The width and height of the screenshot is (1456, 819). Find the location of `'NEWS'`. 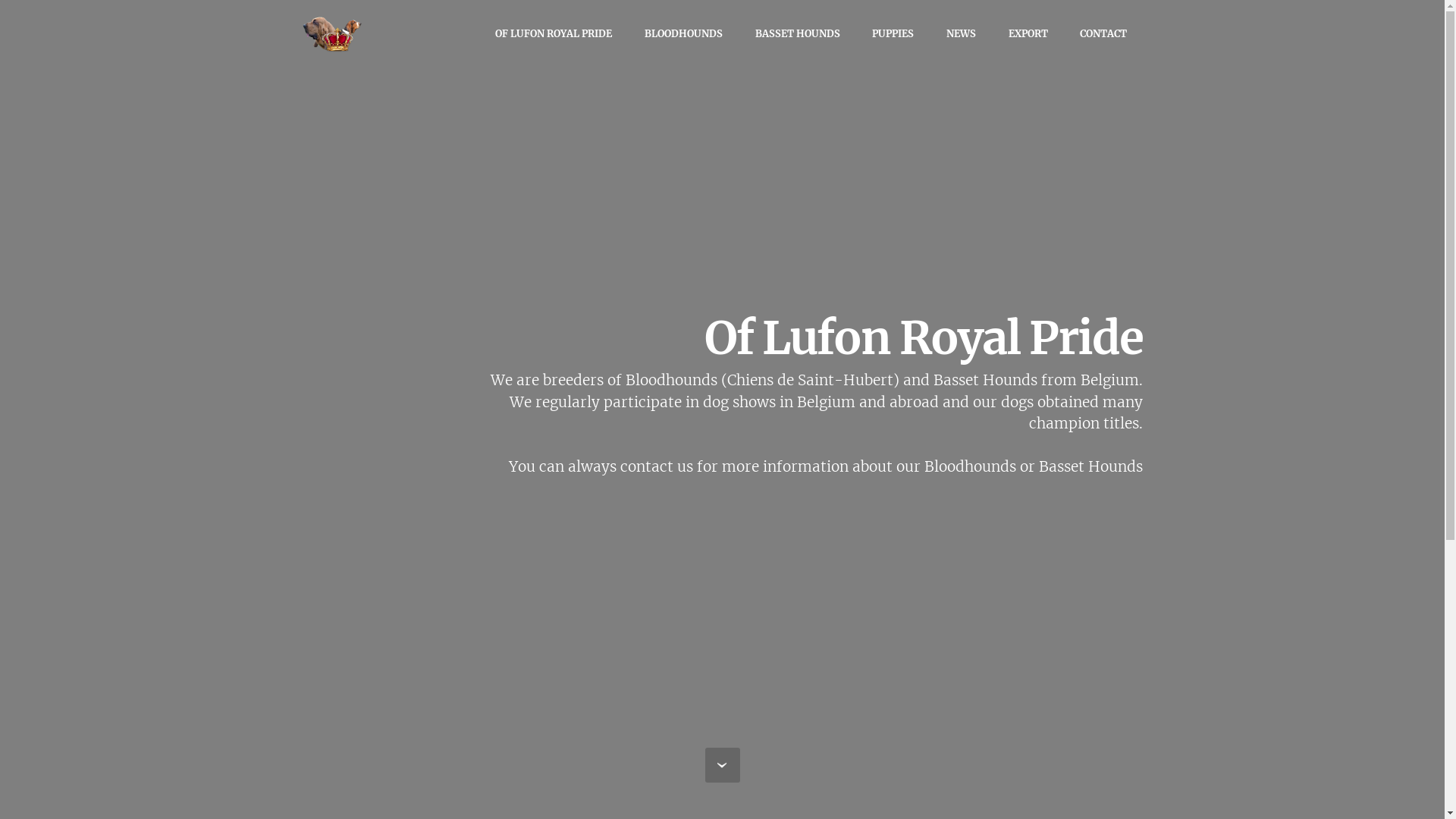

'NEWS' is located at coordinates (960, 33).